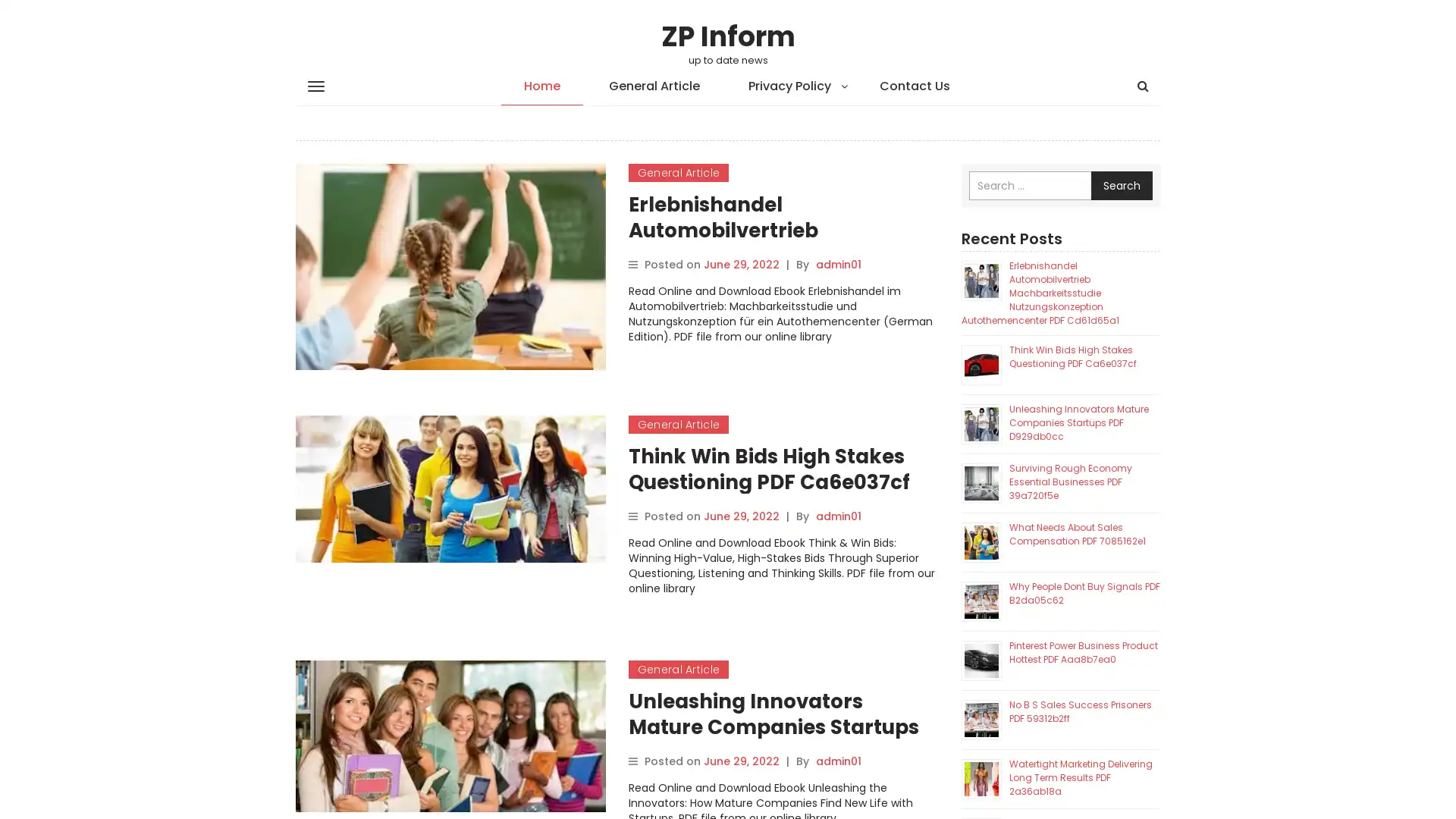 The image size is (1456, 819). I want to click on Search, so click(1122, 185).